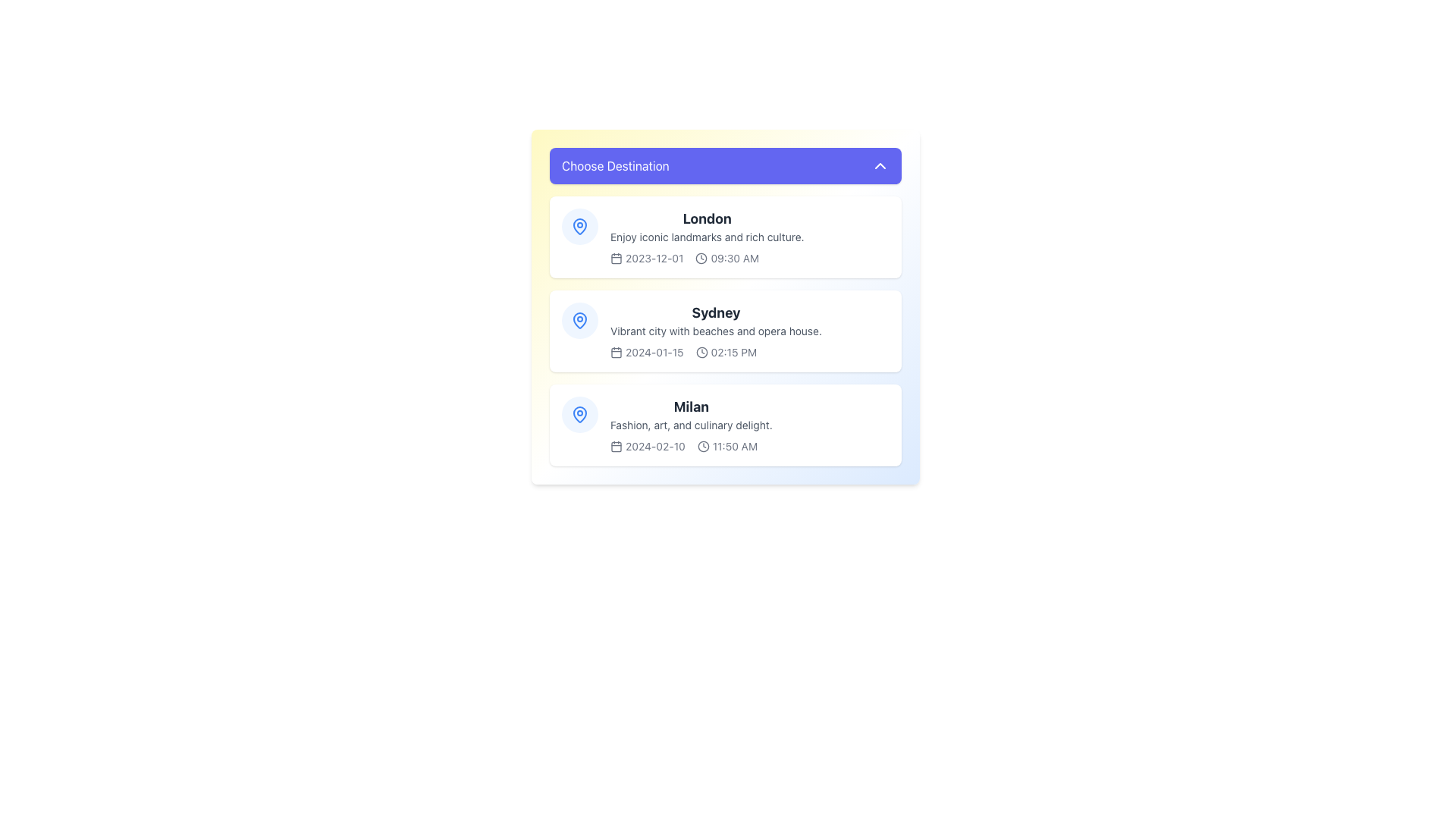 This screenshot has width=1456, height=819. Describe the element at coordinates (880, 166) in the screenshot. I see `the chevron-shaped icon pointing upwards located at the top-right corner of the 'Choose Destination' header bar` at that location.